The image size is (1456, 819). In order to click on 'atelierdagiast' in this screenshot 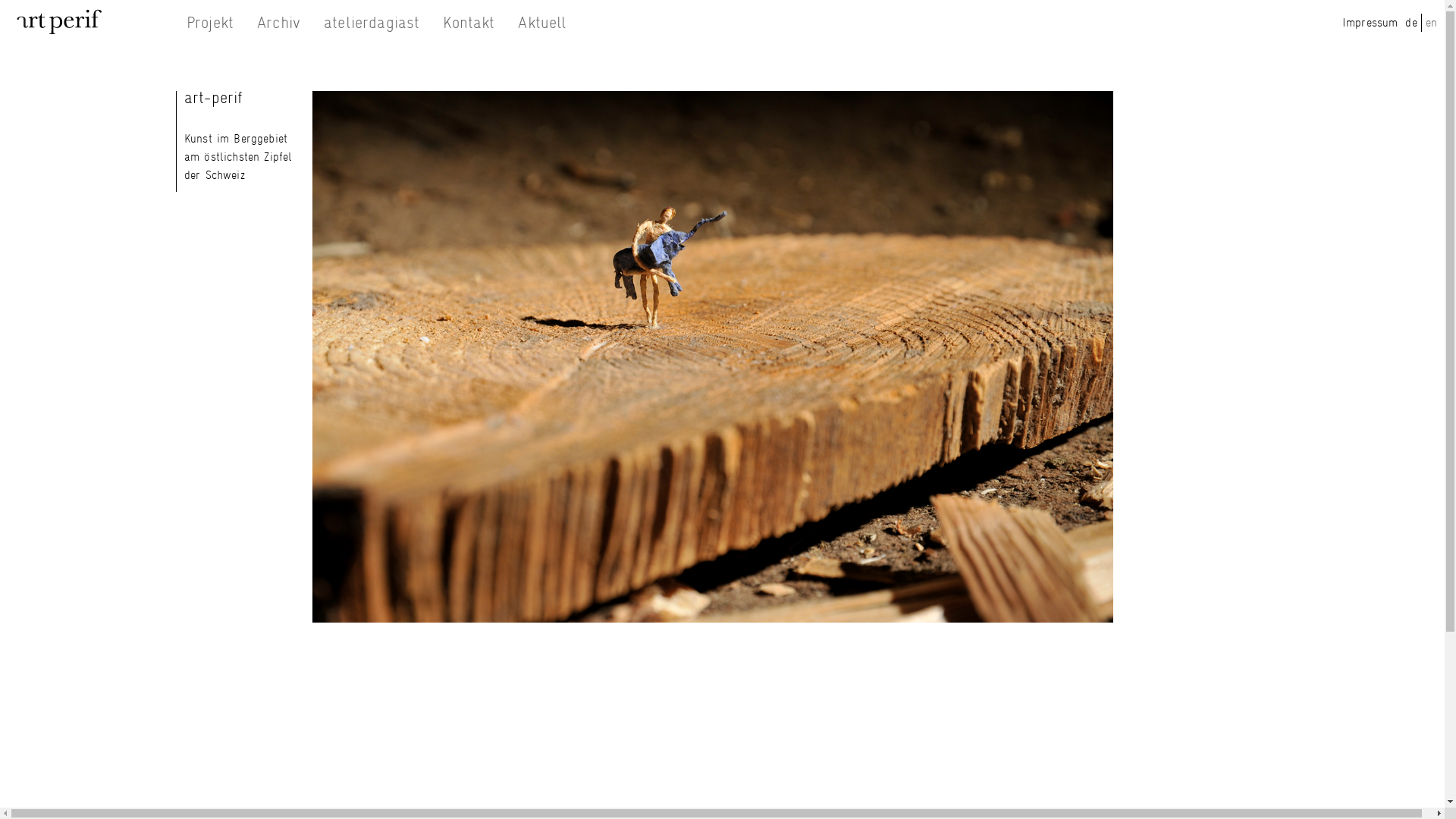, I will do `click(323, 22)`.